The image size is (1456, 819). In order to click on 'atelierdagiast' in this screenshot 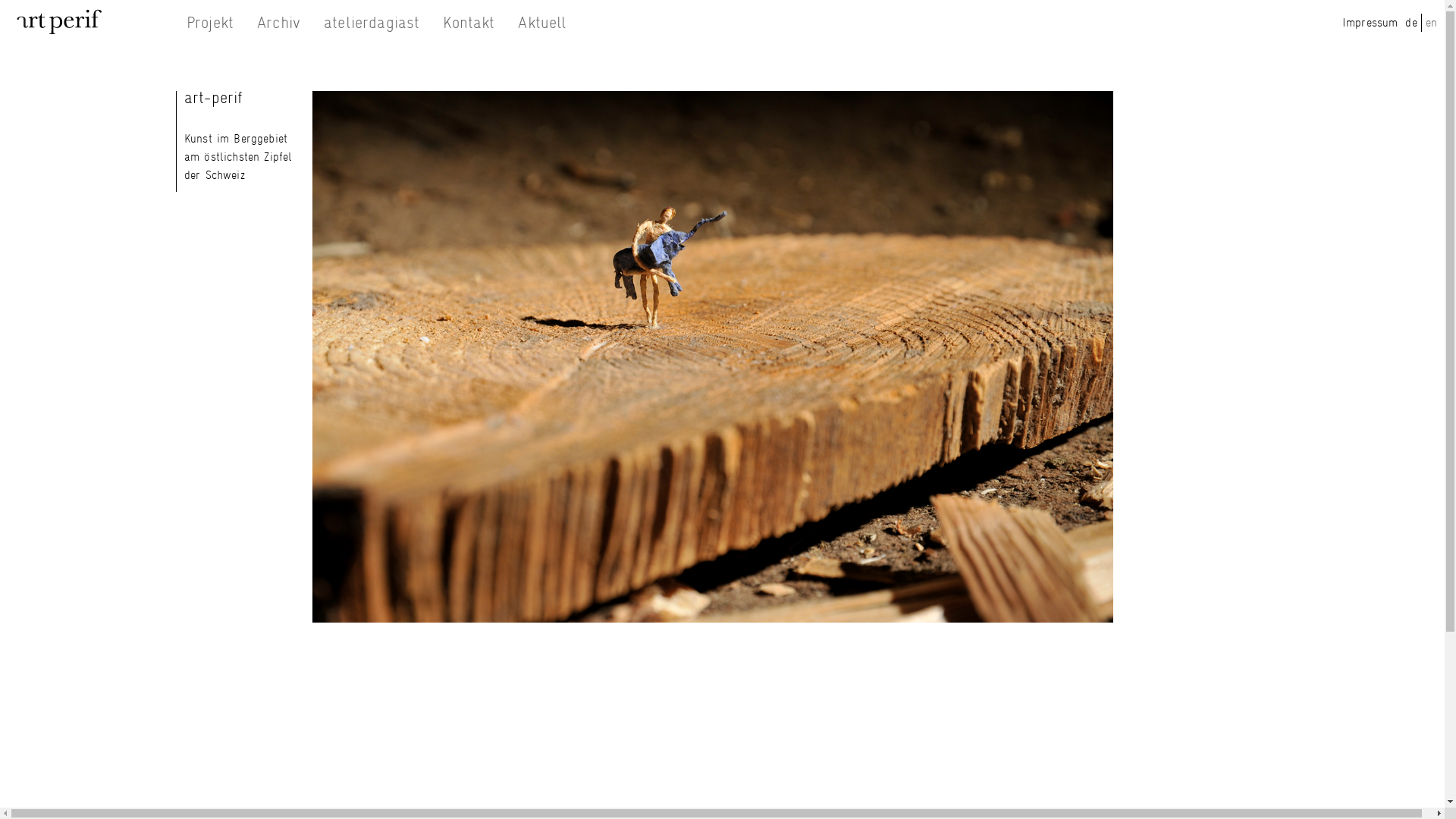, I will do `click(323, 22)`.